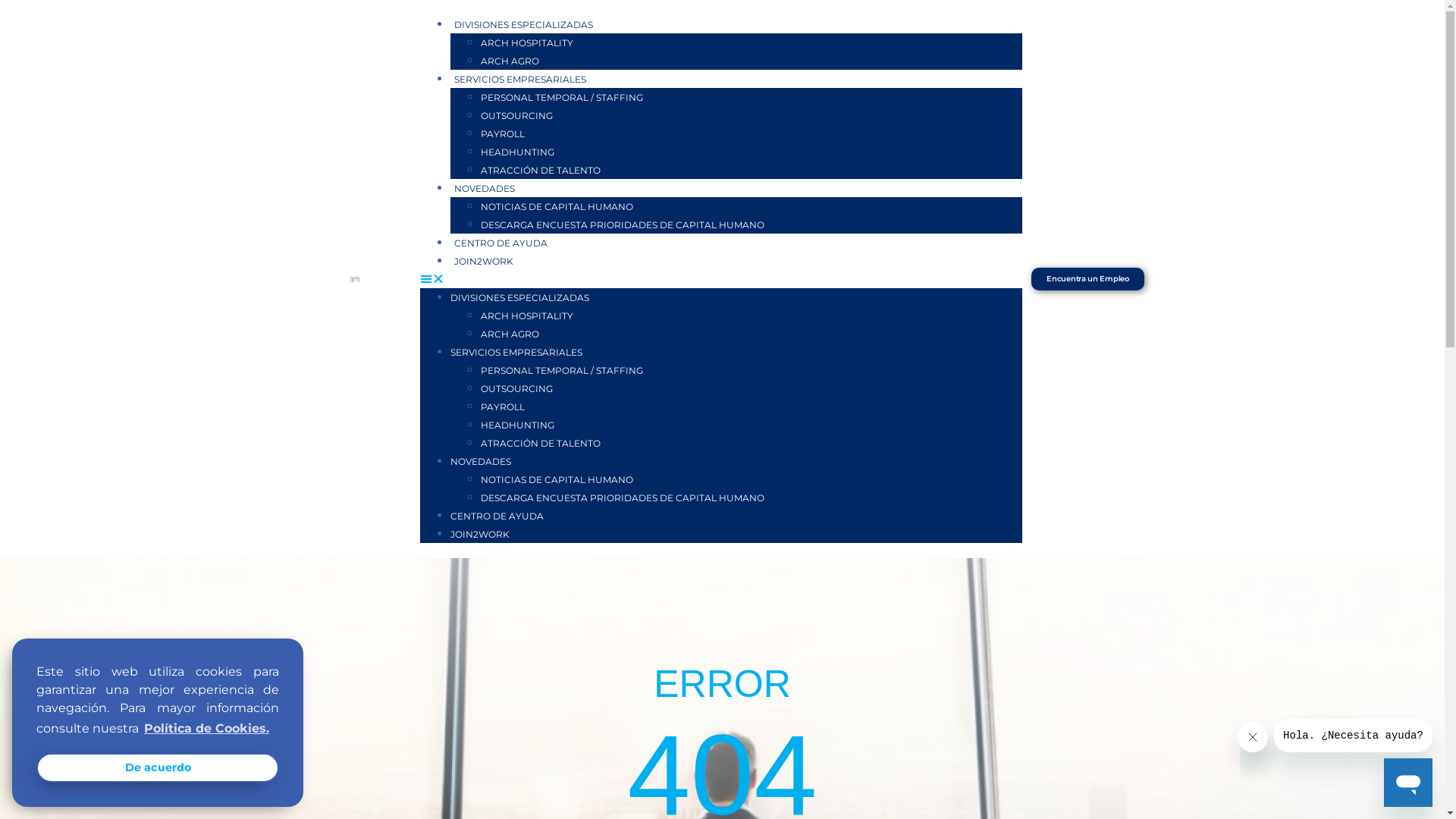 The width and height of the screenshot is (1456, 819). Describe the element at coordinates (502, 133) in the screenshot. I see `'PAYROLL'` at that location.